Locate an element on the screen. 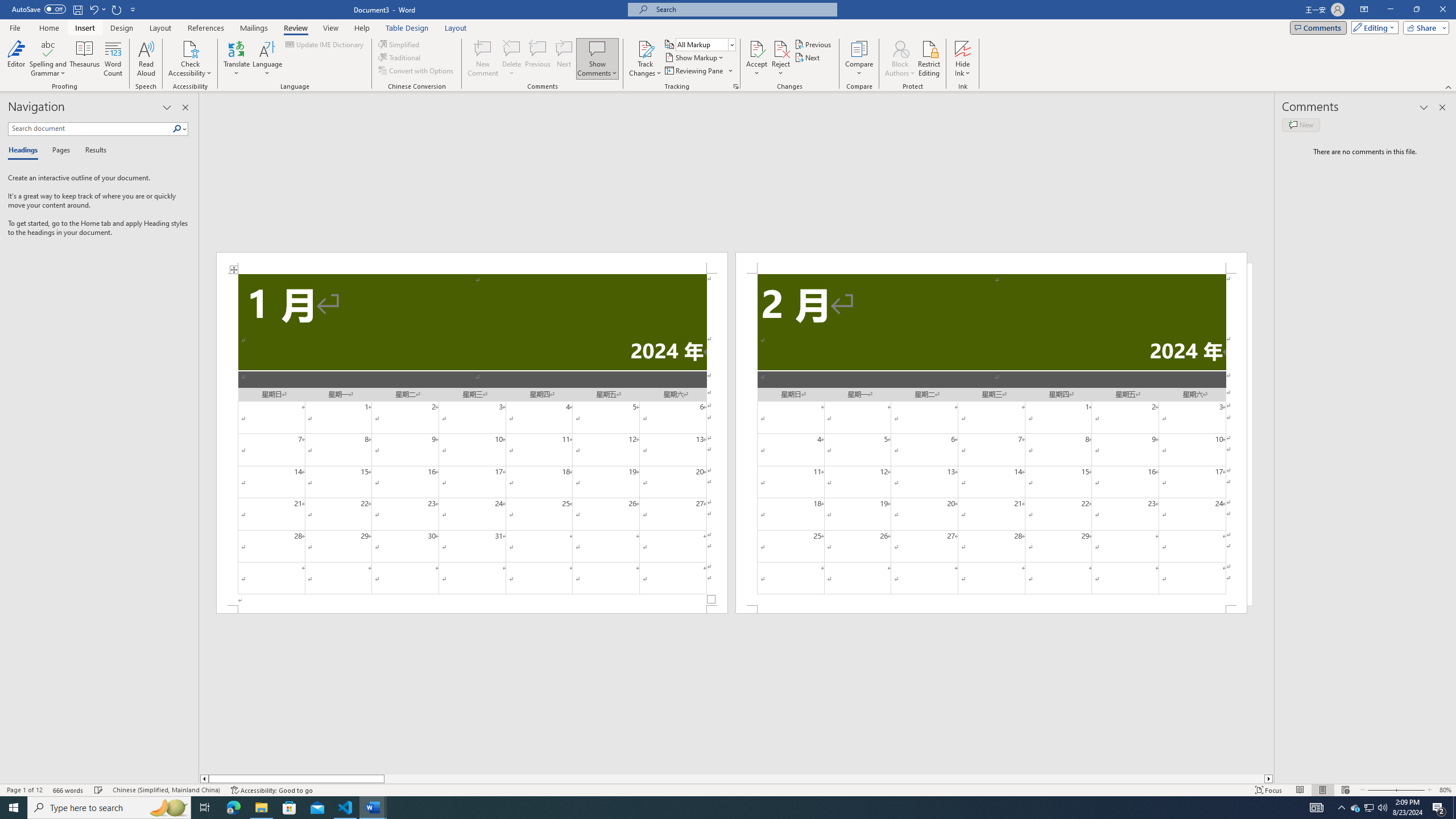 The width and height of the screenshot is (1456, 819). 'Spelling and Grammar' is located at coordinates (48, 48).